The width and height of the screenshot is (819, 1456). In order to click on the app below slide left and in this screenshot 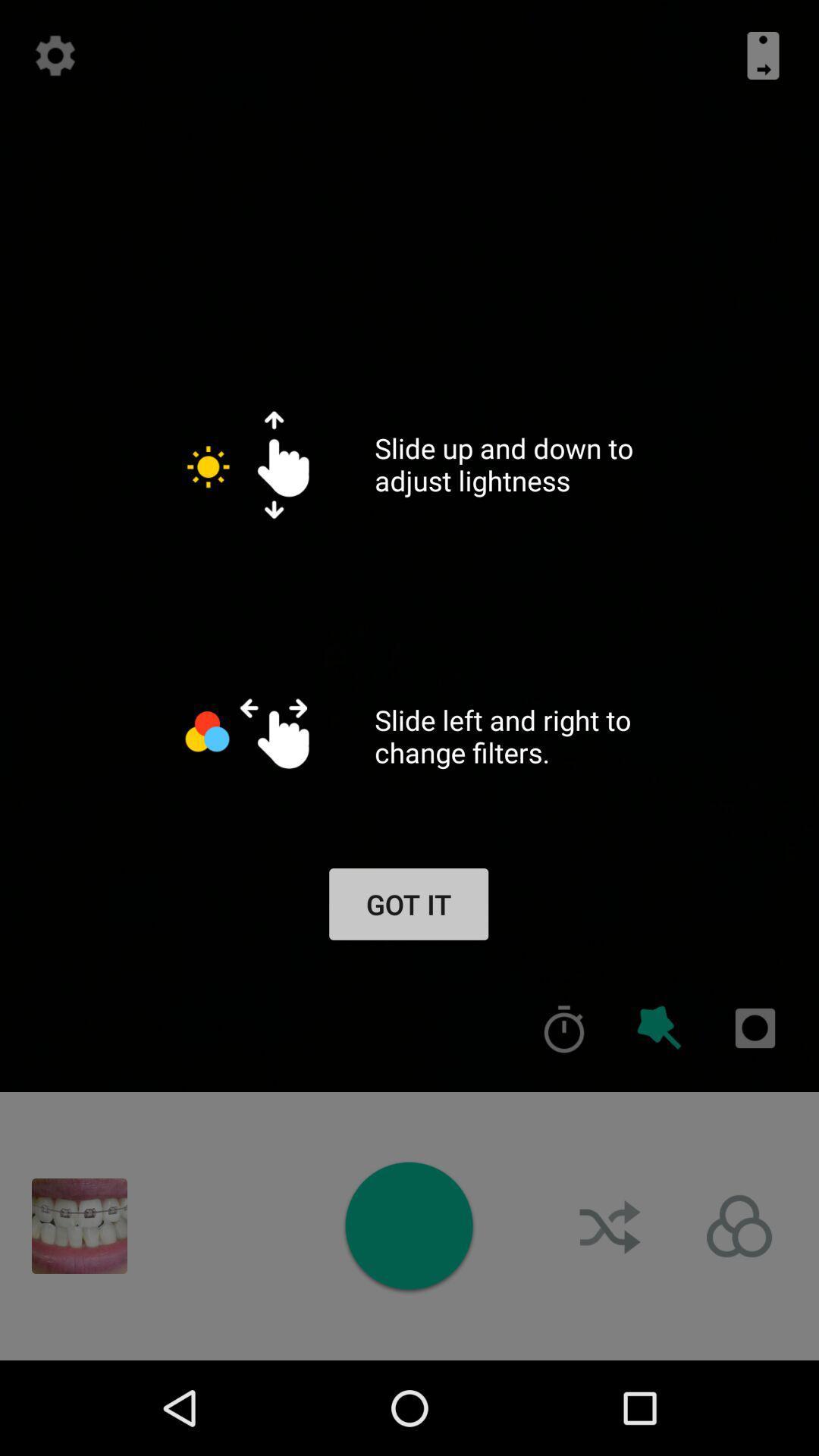, I will do `click(564, 1028)`.